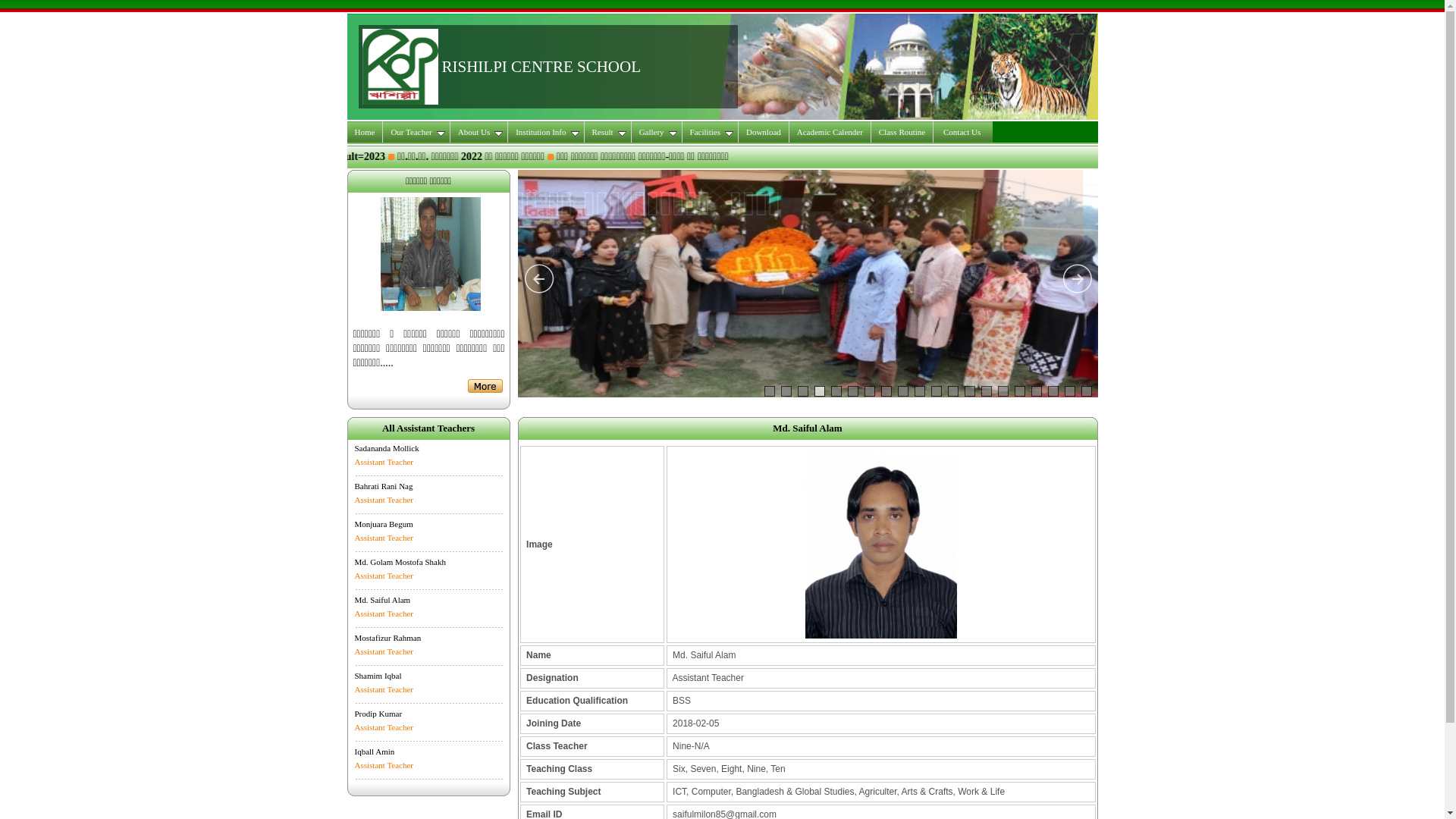 The width and height of the screenshot is (1456, 819). What do you see at coordinates (400, 561) in the screenshot?
I see `'Md. Golam Mostofa Shakh'` at bounding box center [400, 561].